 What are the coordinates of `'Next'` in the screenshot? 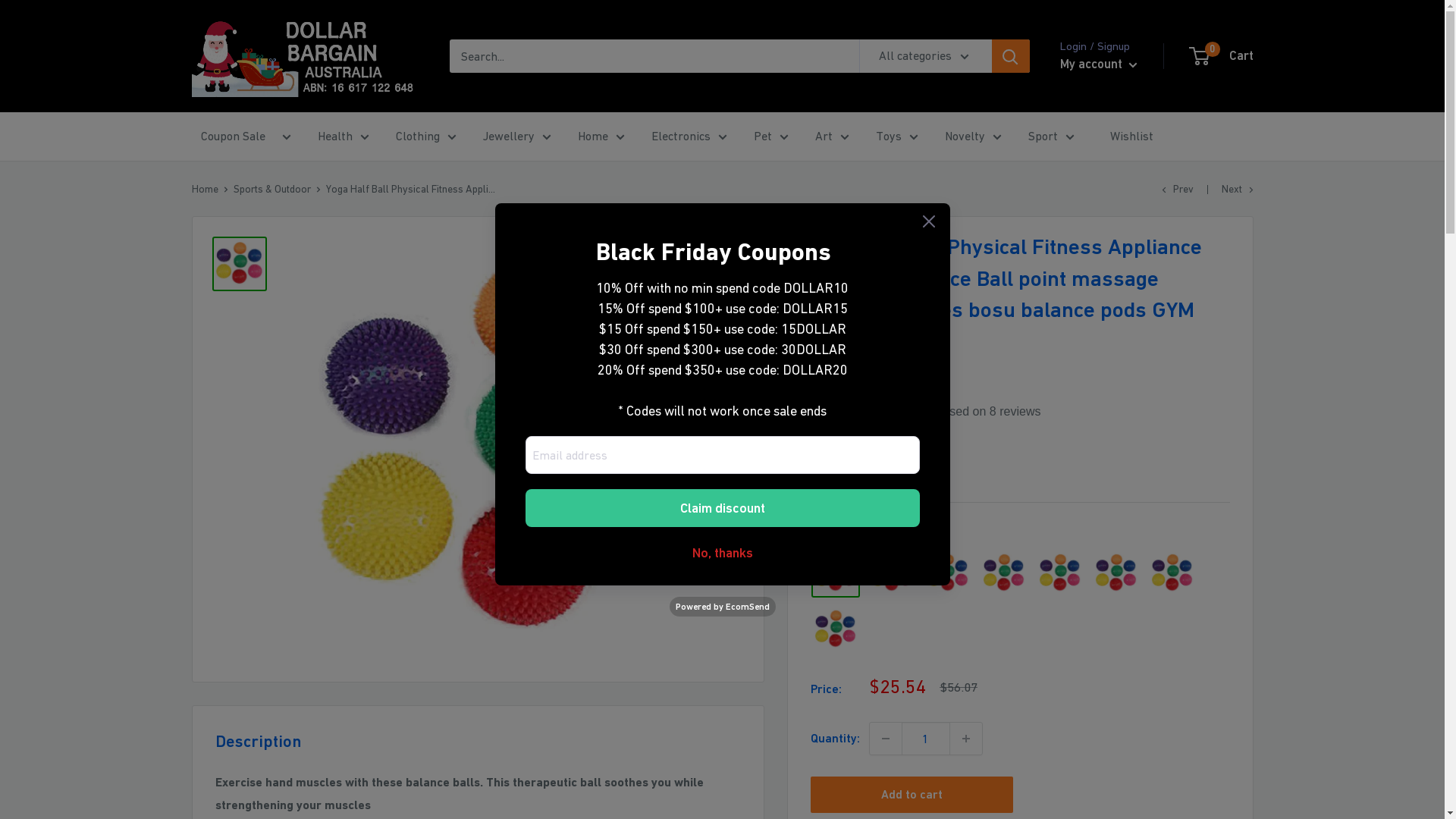 It's located at (1237, 188).